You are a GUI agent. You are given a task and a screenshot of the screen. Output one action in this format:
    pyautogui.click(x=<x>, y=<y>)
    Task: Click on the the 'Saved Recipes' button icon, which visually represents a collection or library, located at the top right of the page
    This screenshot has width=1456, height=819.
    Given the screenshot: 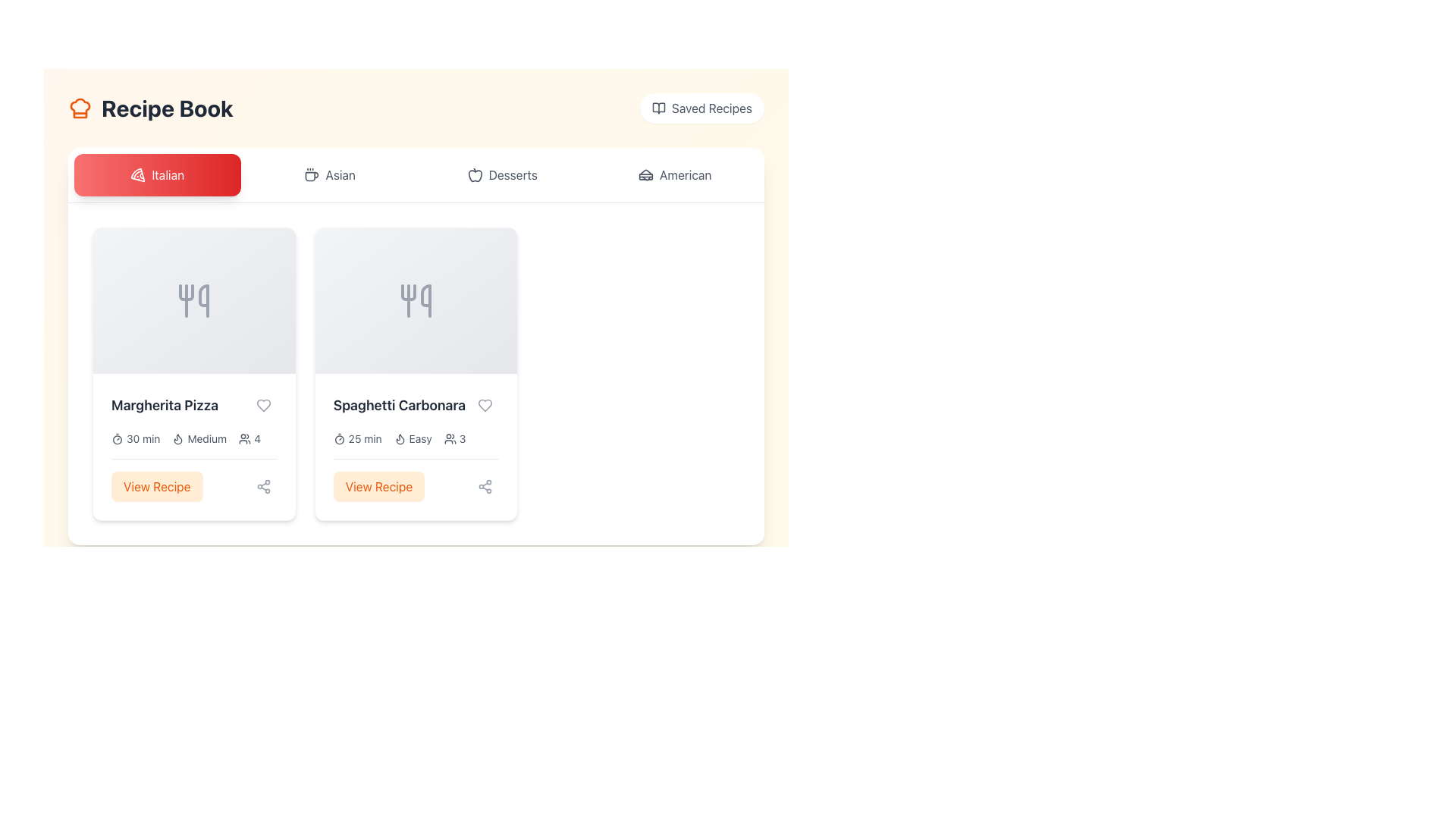 What is the action you would take?
    pyautogui.click(x=658, y=107)
    